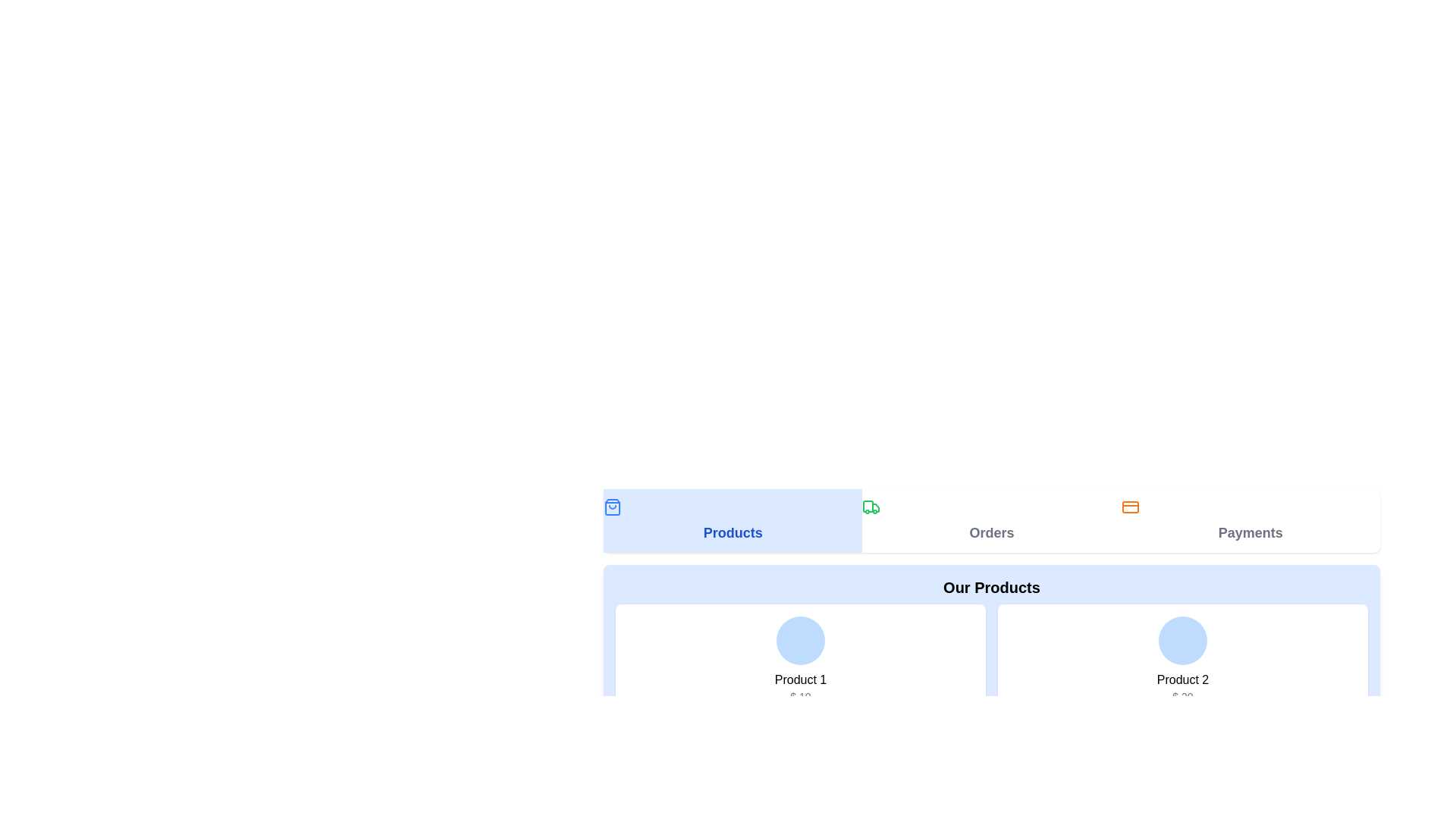  Describe the element at coordinates (992, 587) in the screenshot. I see `the bold headline text labeled 'Our Products' to read the text` at that location.